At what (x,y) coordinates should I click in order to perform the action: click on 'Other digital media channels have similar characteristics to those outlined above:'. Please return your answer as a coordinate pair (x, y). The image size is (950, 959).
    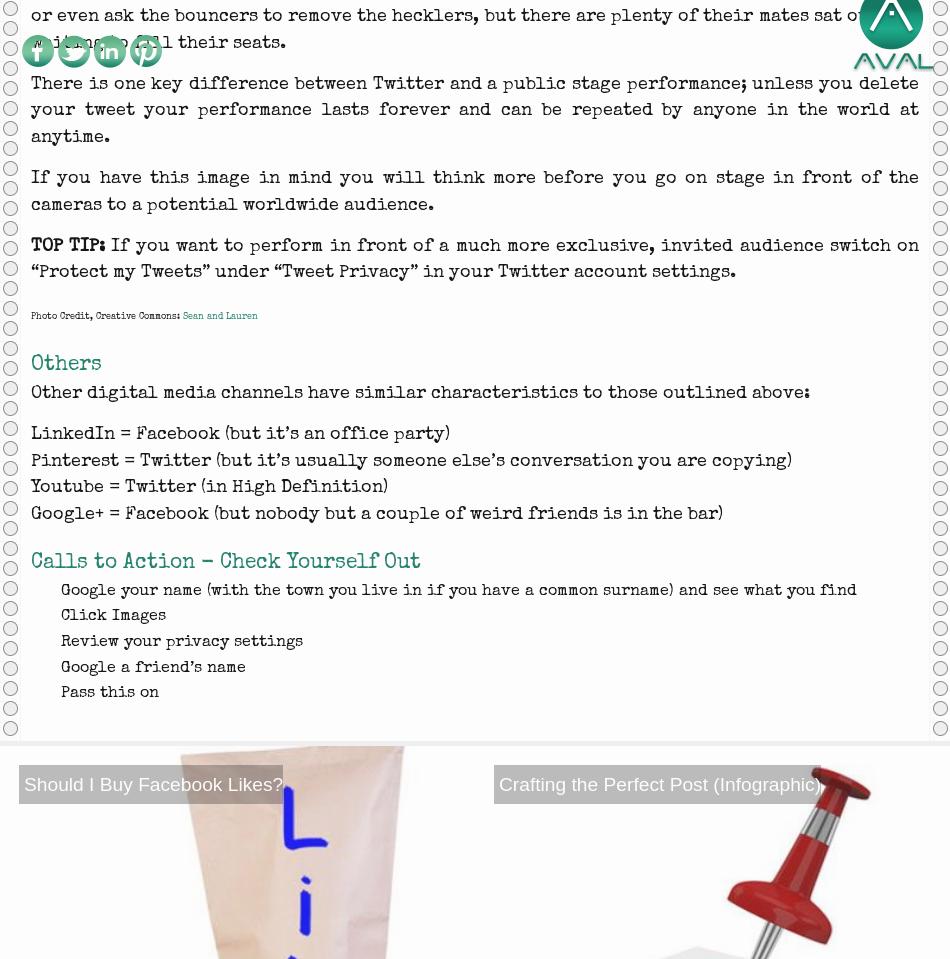
    Looking at the image, I should click on (419, 392).